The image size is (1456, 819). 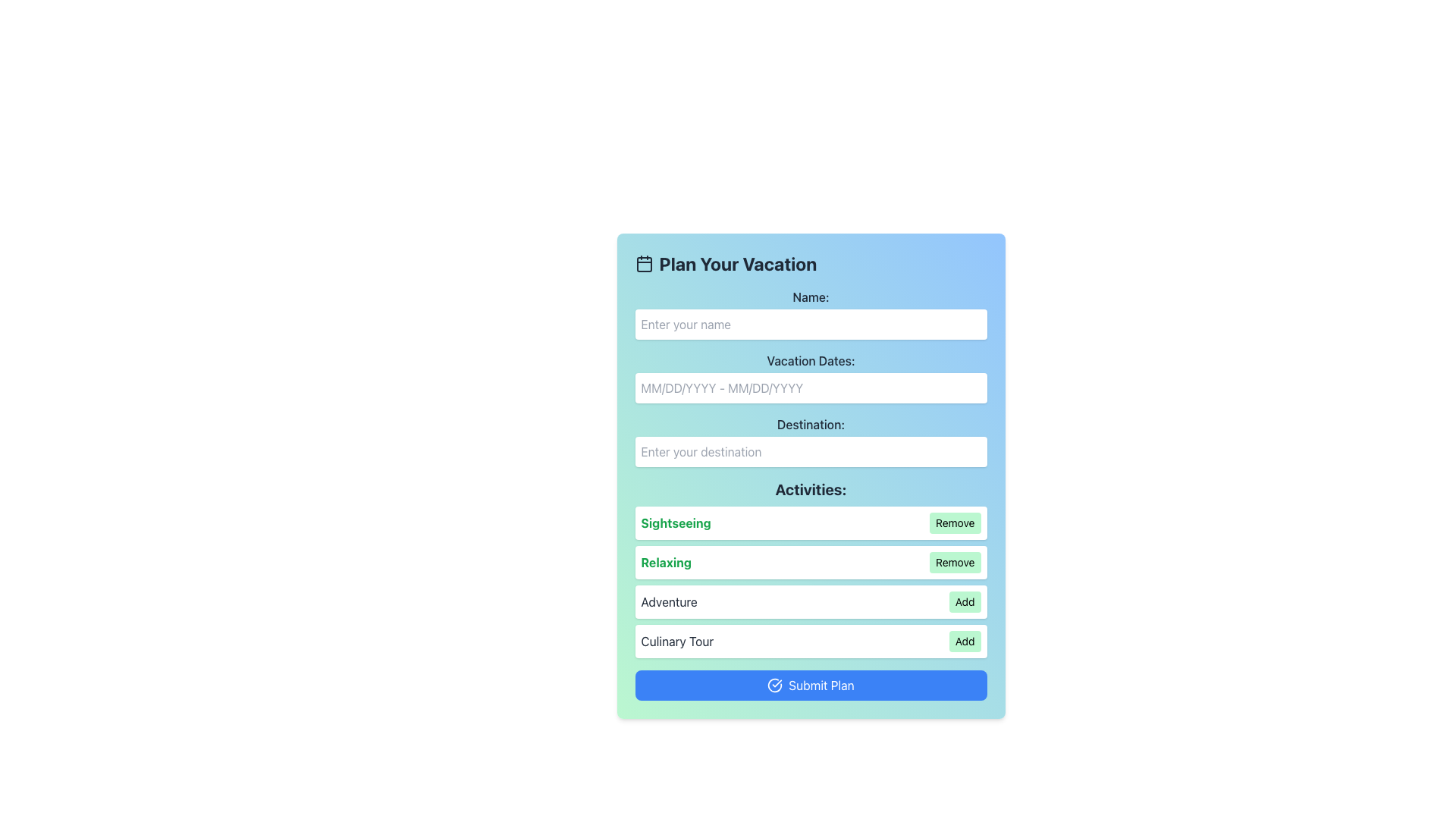 I want to click on the text label 'Destination:' which is styled with a medium font weight and dark gray color, positioned above the input field for destination entry in the 'Plan Your Vacation' section, so click(x=810, y=424).